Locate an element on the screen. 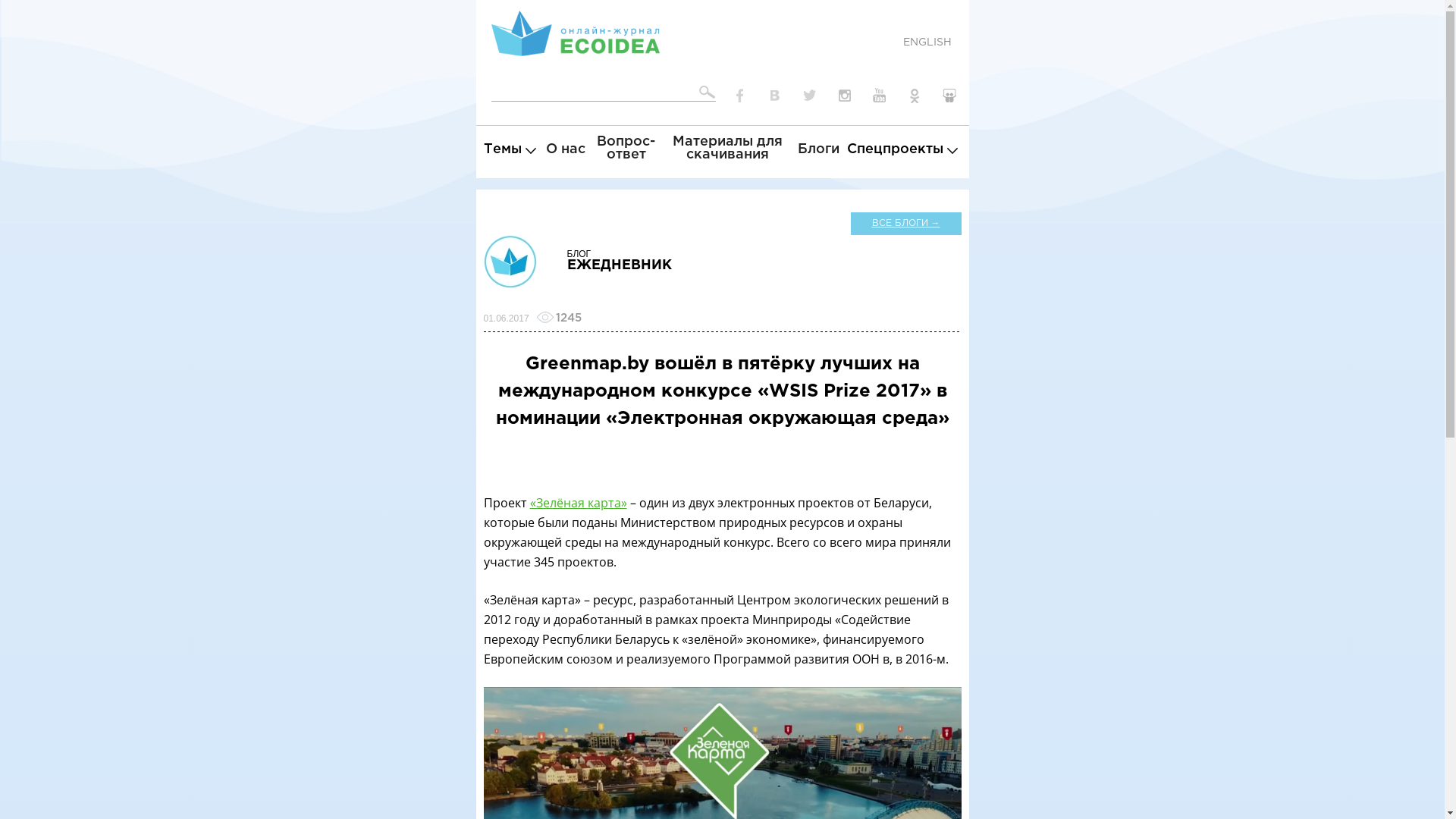  'Slideshare' is located at coordinates (934, 96).